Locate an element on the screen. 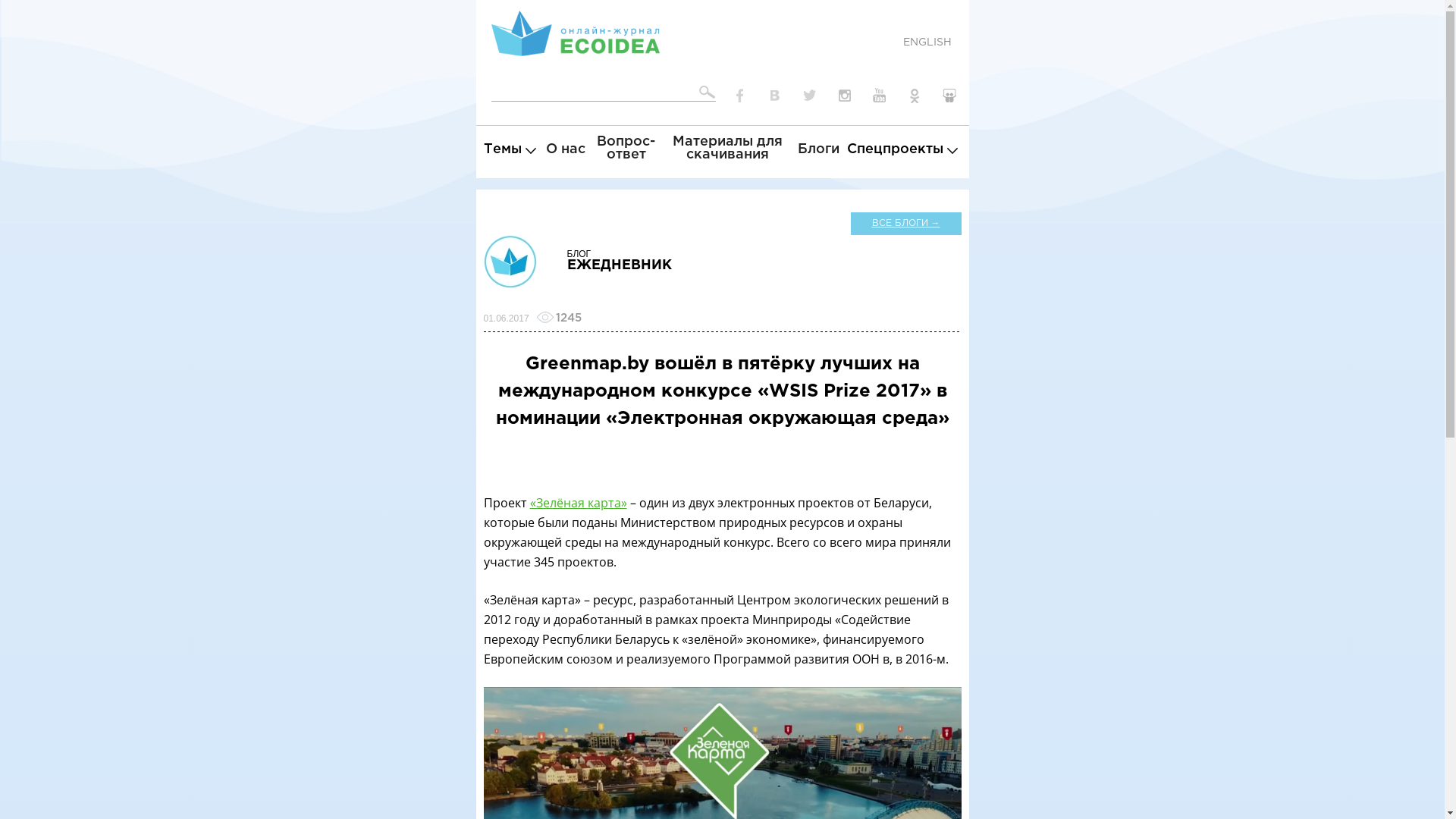  'Slideshare' is located at coordinates (934, 96).